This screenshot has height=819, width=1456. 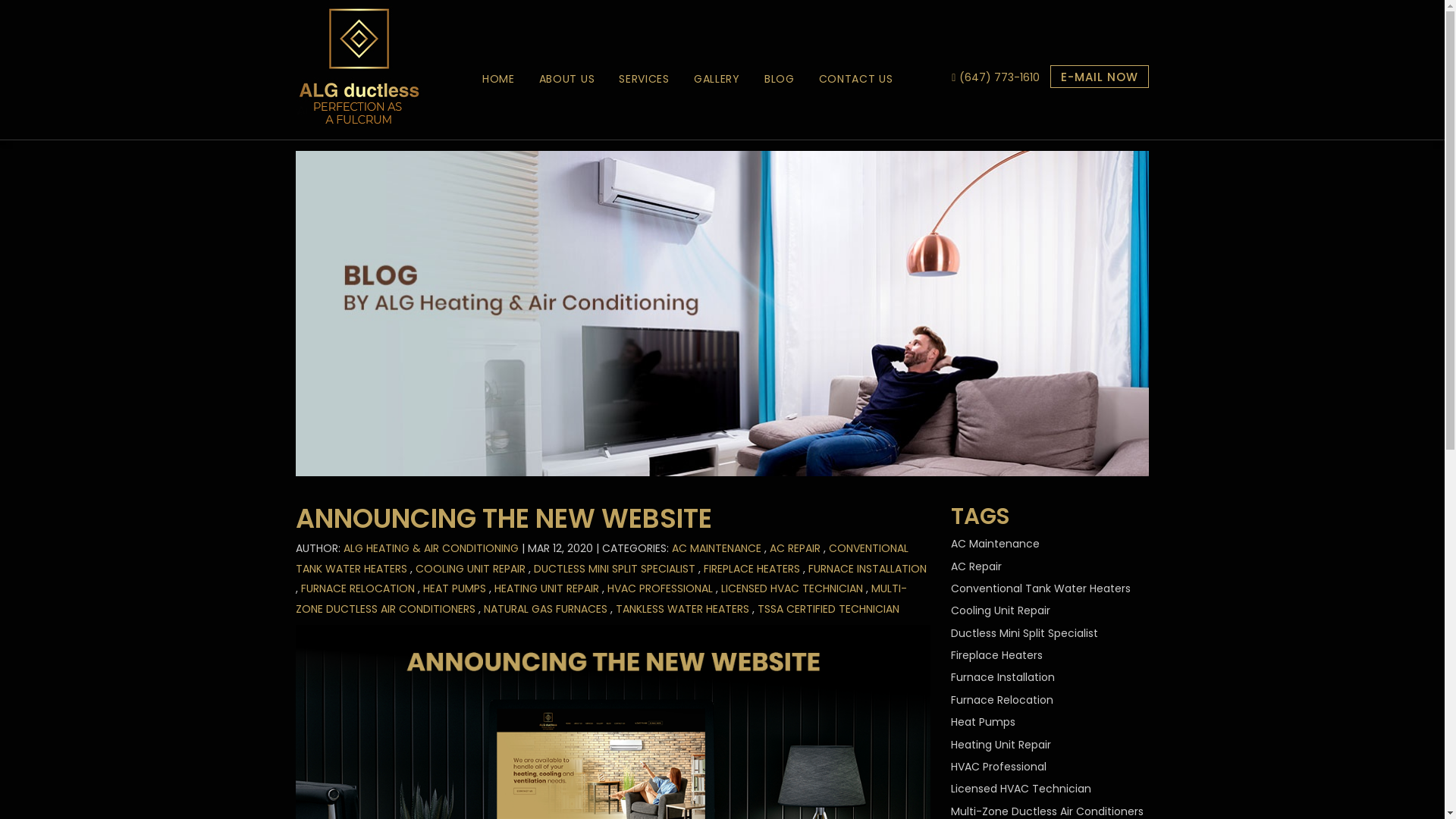 I want to click on 'E-MAIL NOW', so click(x=1099, y=76).